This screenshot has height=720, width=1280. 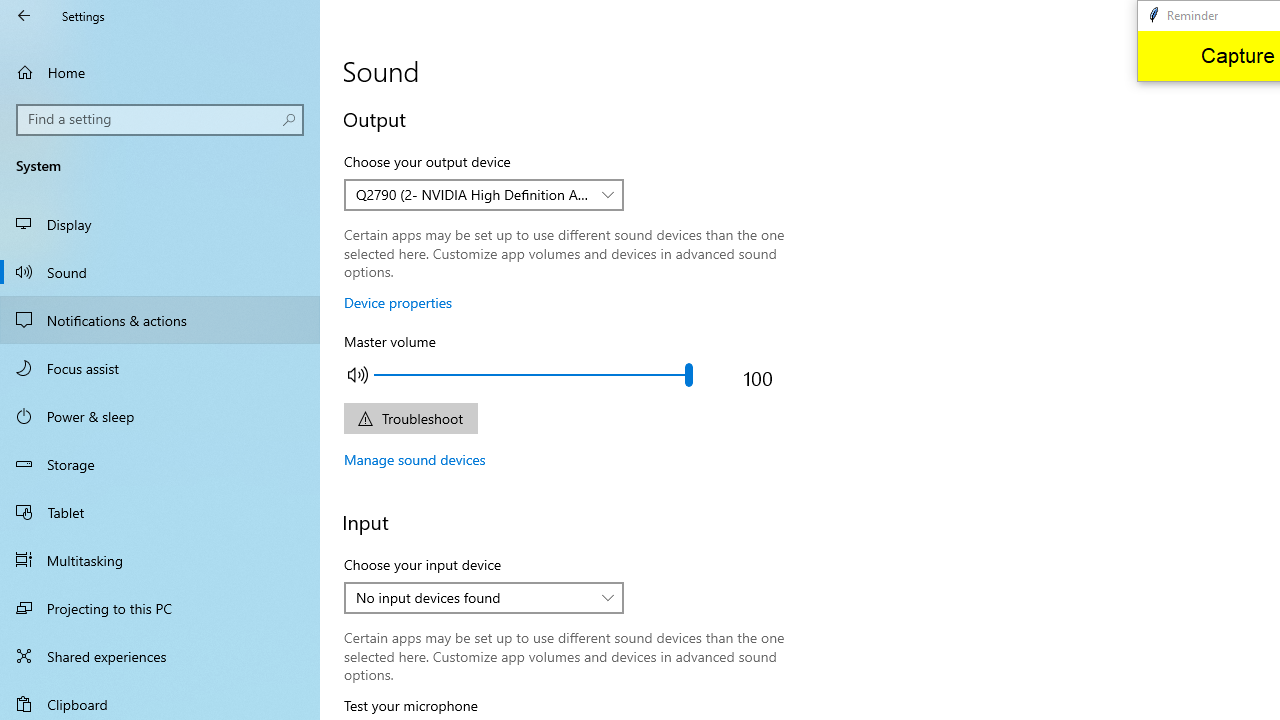 What do you see at coordinates (160, 559) in the screenshot?
I see `'Multitasking'` at bounding box center [160, 559].